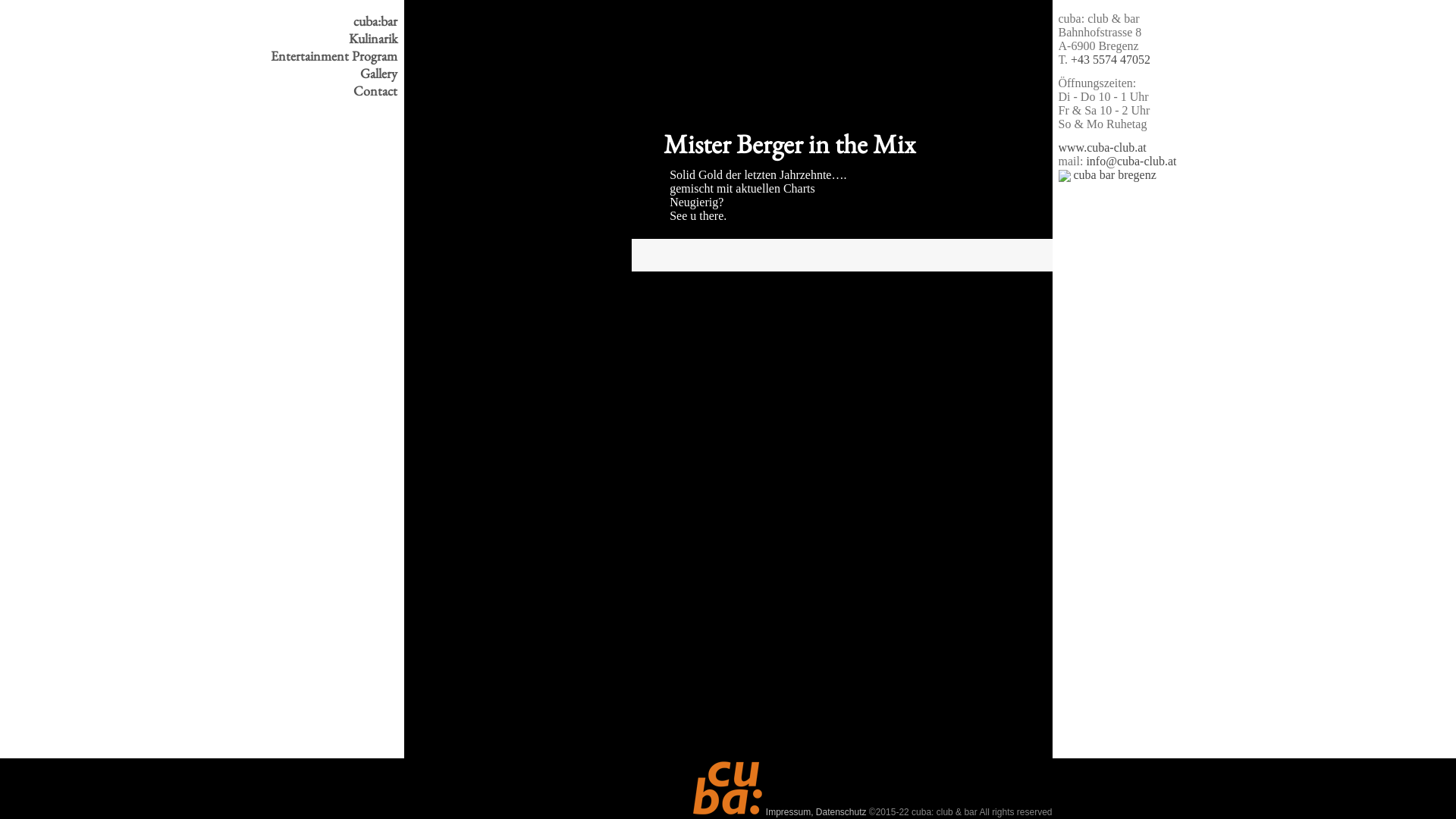  Describe the element at coordinates (1131, 161) in the screenshot. I see `'info@cuba-club.at'` at that location.